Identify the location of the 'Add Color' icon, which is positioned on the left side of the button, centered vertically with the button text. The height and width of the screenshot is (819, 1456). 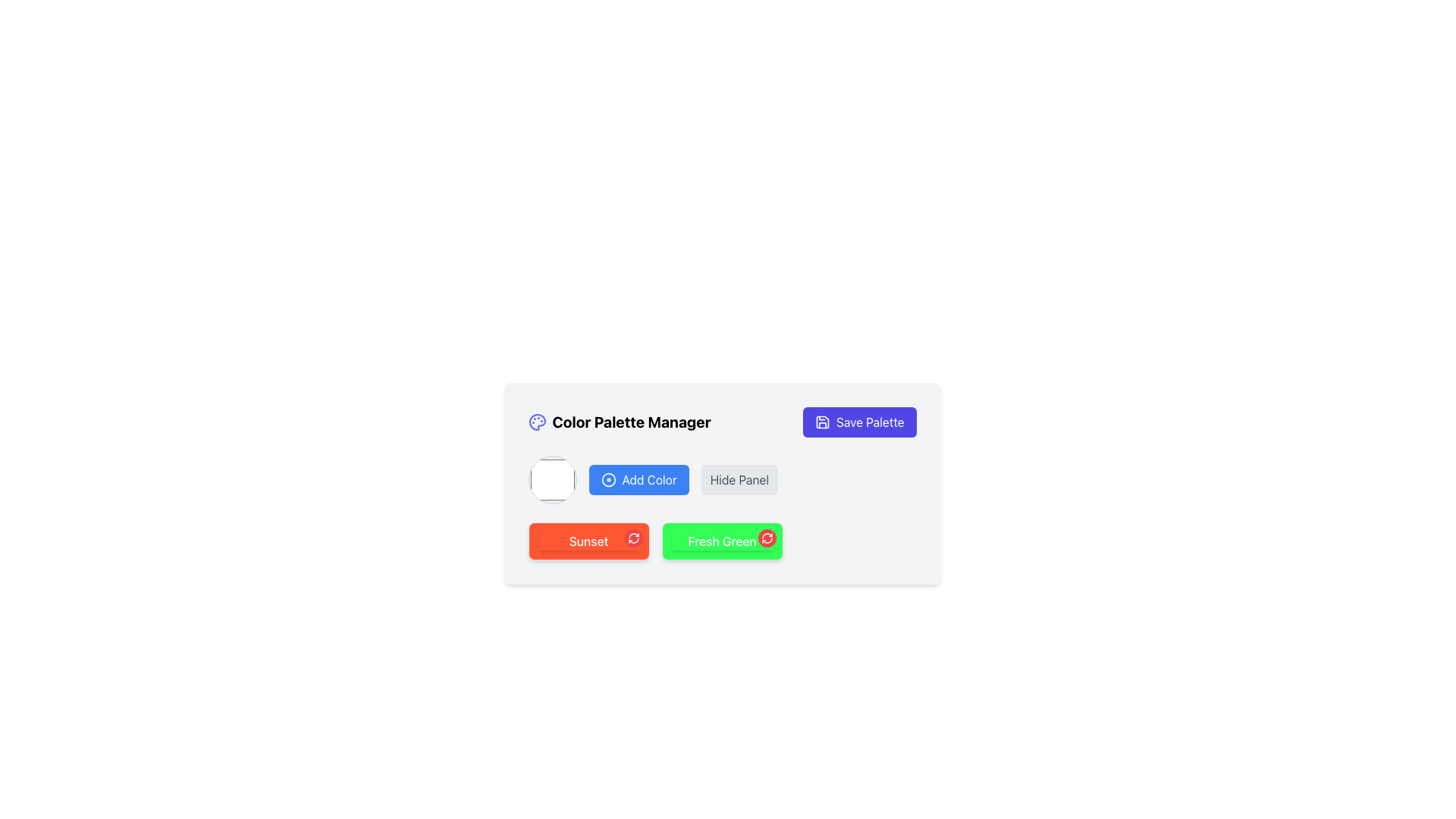
(608, 479).